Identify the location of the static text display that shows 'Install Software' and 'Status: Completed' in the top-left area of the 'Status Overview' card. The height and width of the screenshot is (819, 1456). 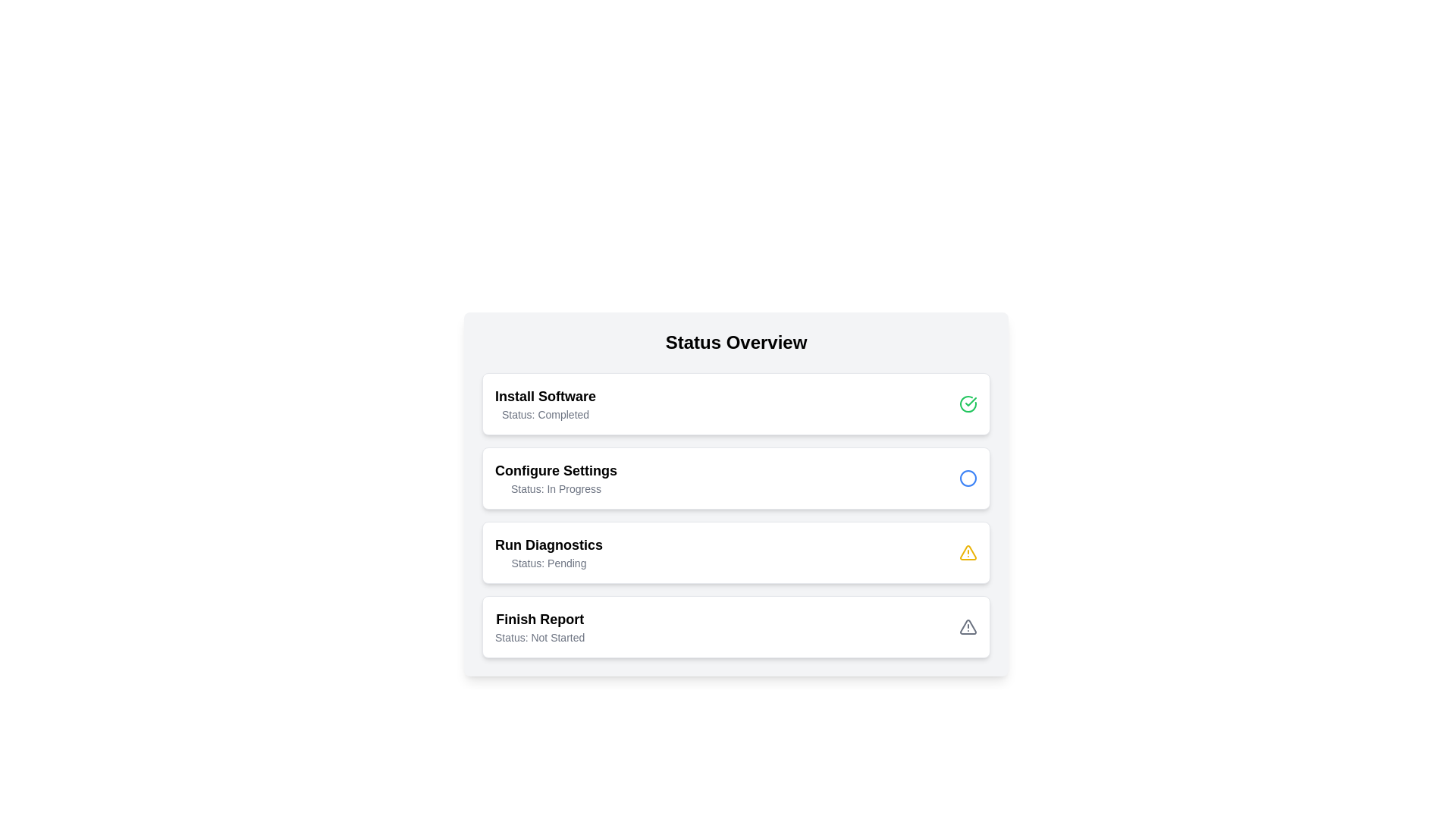
(545, 403).